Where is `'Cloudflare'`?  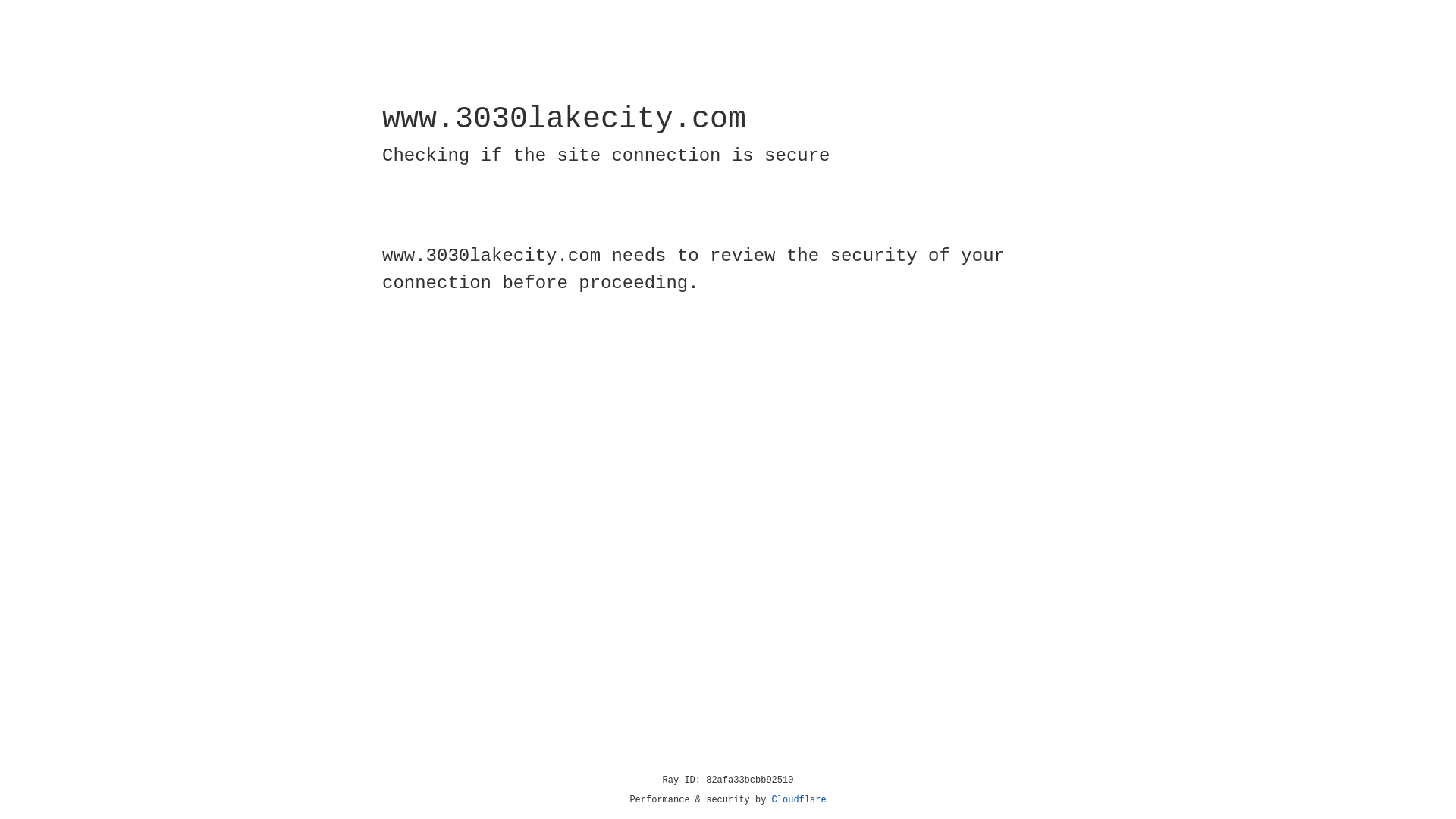
'Cloudflare' is located at coordinates (799, 799).